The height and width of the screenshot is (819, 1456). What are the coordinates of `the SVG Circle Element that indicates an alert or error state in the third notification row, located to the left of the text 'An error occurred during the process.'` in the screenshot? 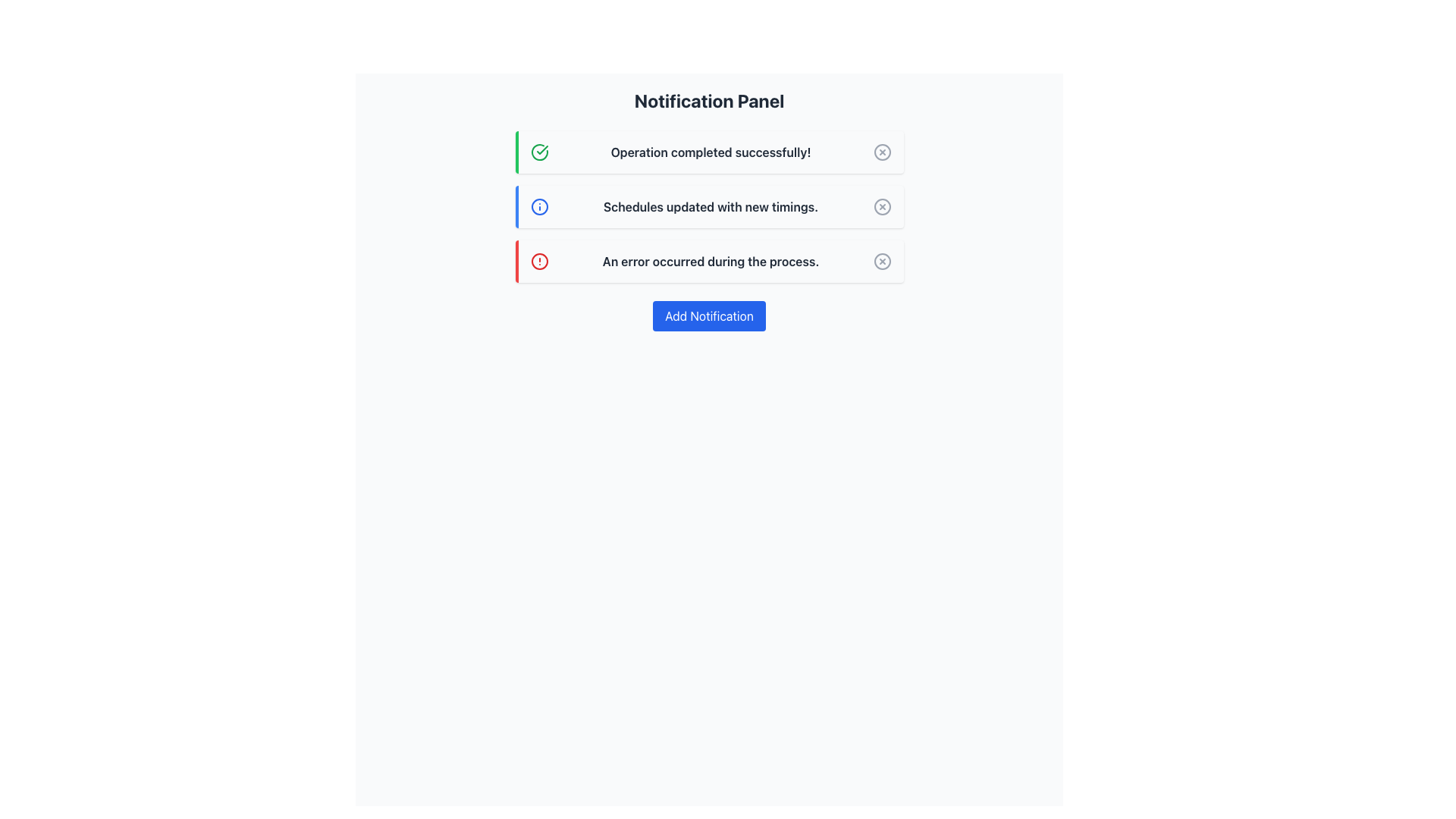 It's located at (539, 260).